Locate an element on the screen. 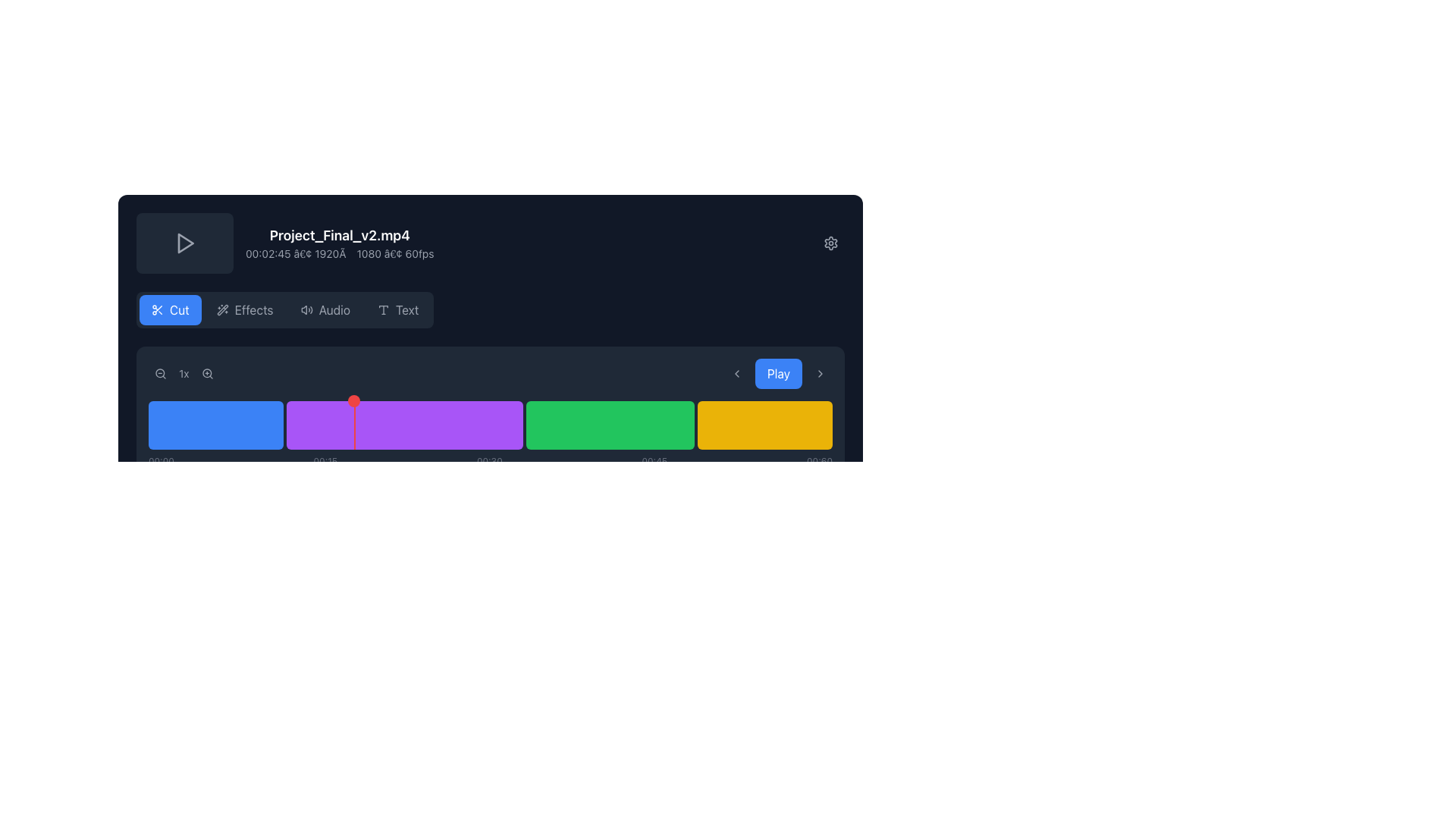 The image size is (1456, 819). the Zoom Out button located in the toolbar above the timeline is located at coordinates (160, 374).